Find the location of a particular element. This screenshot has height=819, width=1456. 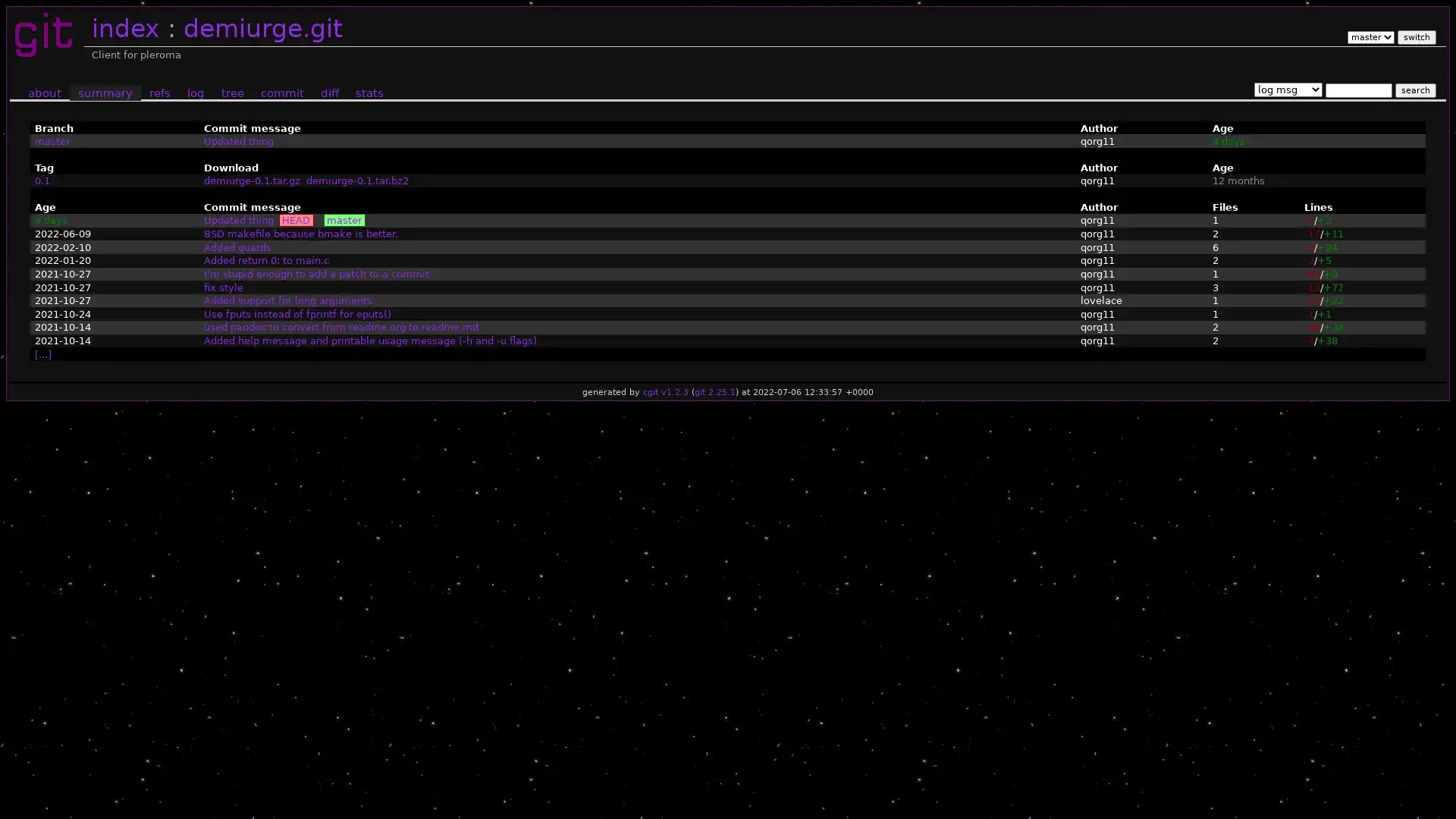

search is located at coordinates (1414, 89).